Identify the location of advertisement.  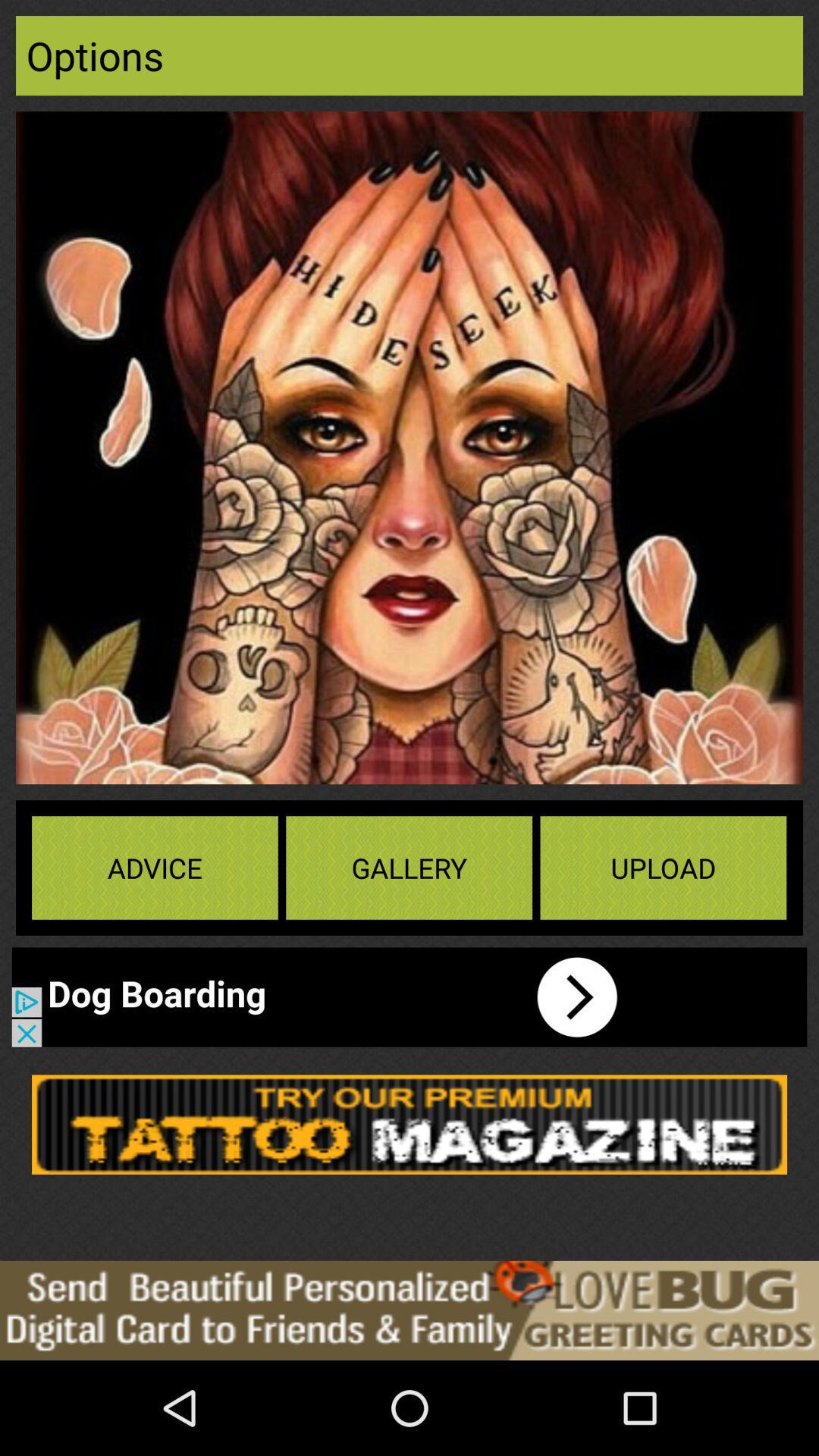
(409, 1310).